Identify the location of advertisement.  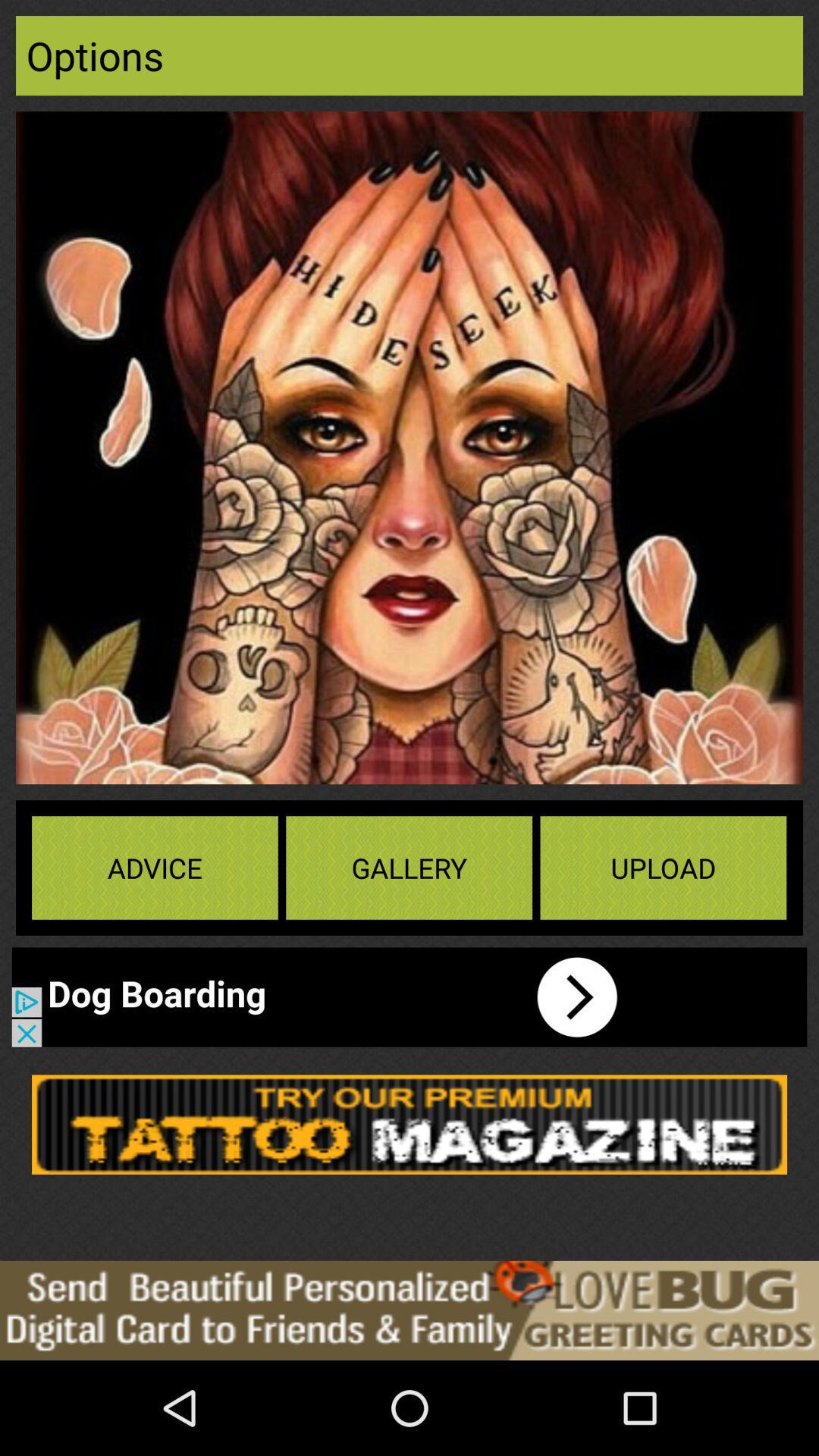
(409, 1310).